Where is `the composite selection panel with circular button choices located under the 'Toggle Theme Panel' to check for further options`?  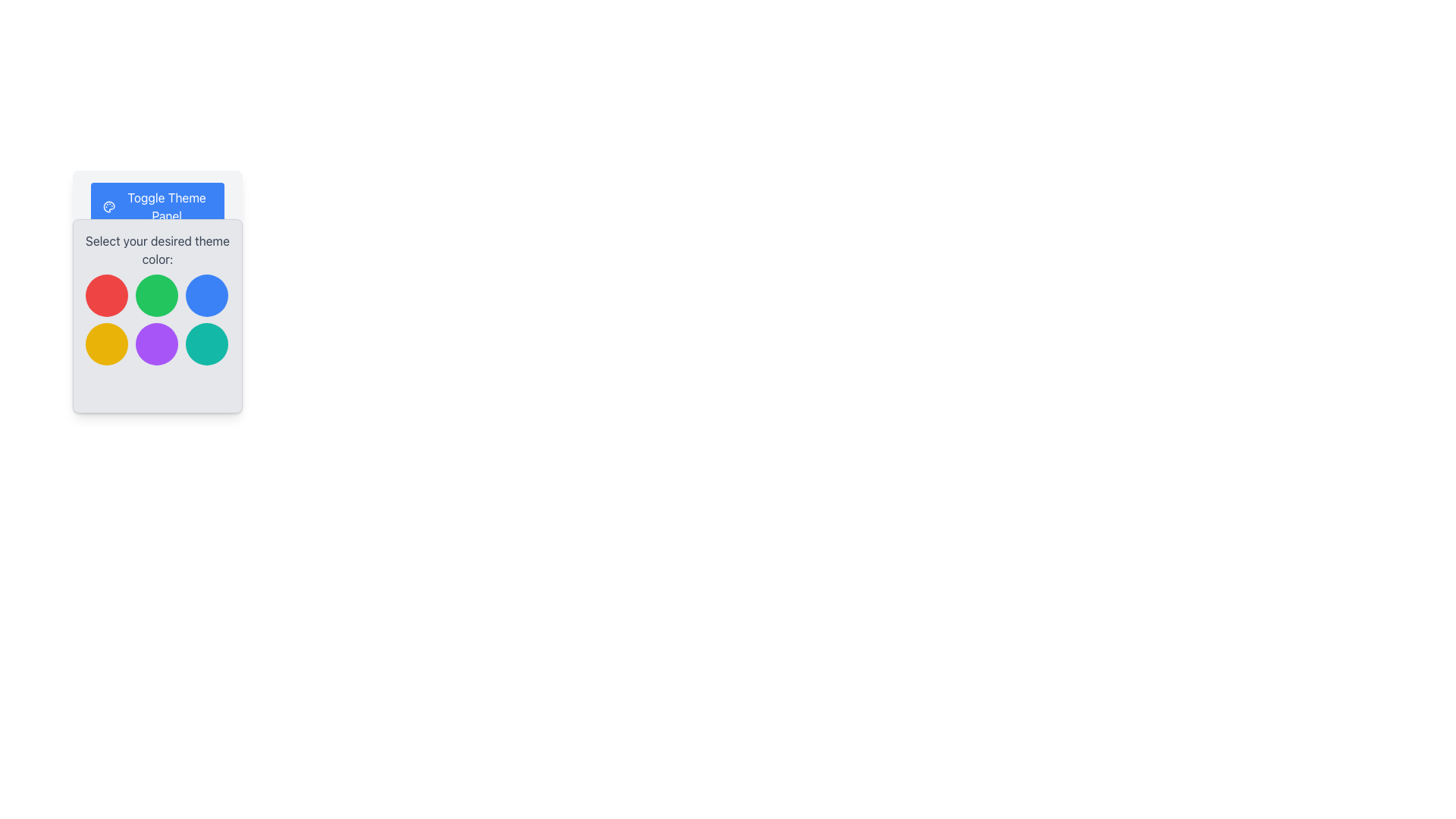
the composite selection panel with circular button choices located under the 'Toggle Theme Panel' to check for further options is located at coordinates (157, 315).